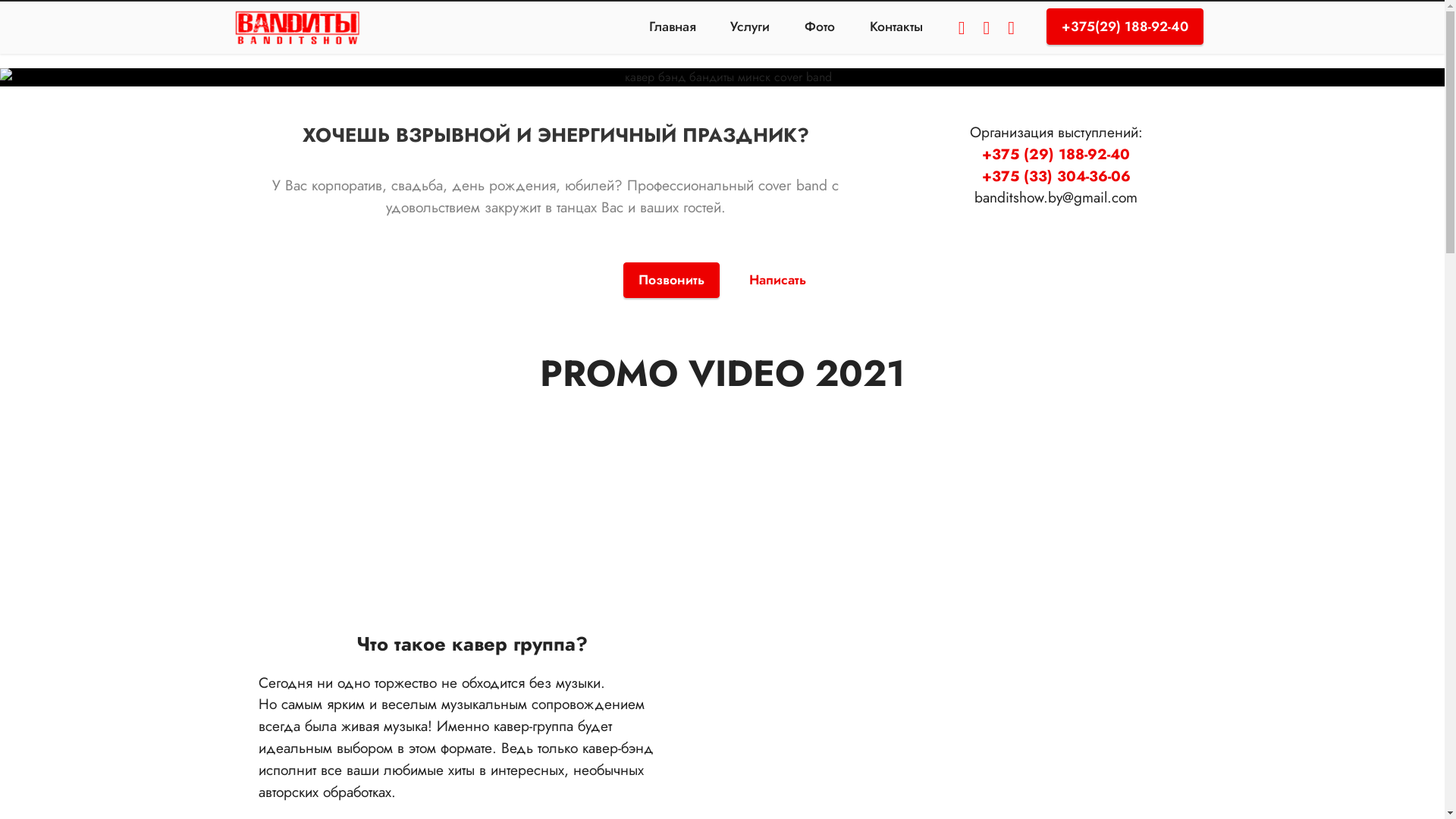 This screenshot has width=1456, height=819. I want to click on '+375(29) 188-92-40', so click(1046, 26).